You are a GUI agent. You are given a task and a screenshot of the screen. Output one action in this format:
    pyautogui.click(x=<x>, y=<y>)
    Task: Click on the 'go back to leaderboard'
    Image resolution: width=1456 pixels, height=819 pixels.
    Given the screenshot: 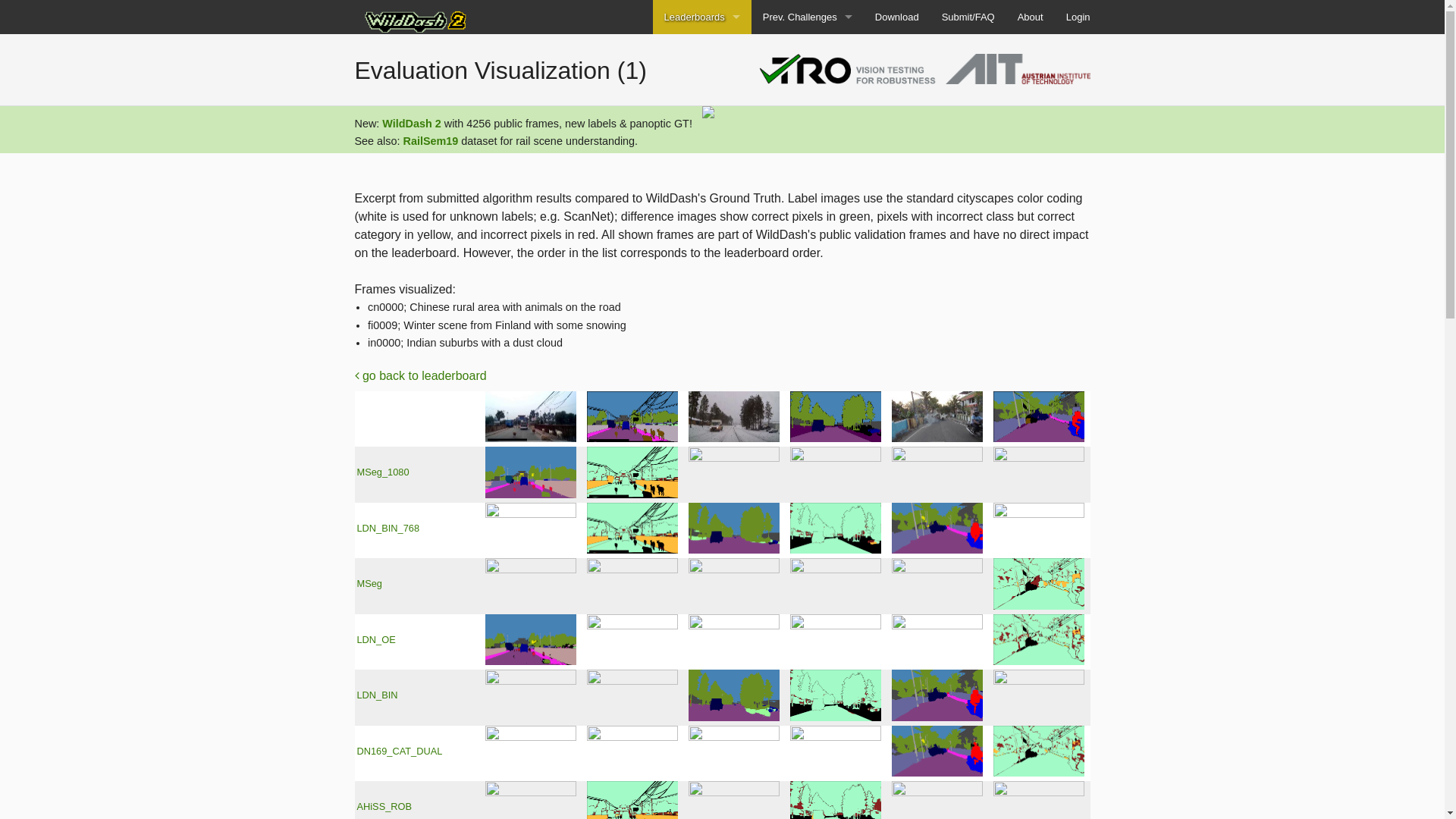 What is the action you would take?
    pyautogui.click(x=421, y=375)
    